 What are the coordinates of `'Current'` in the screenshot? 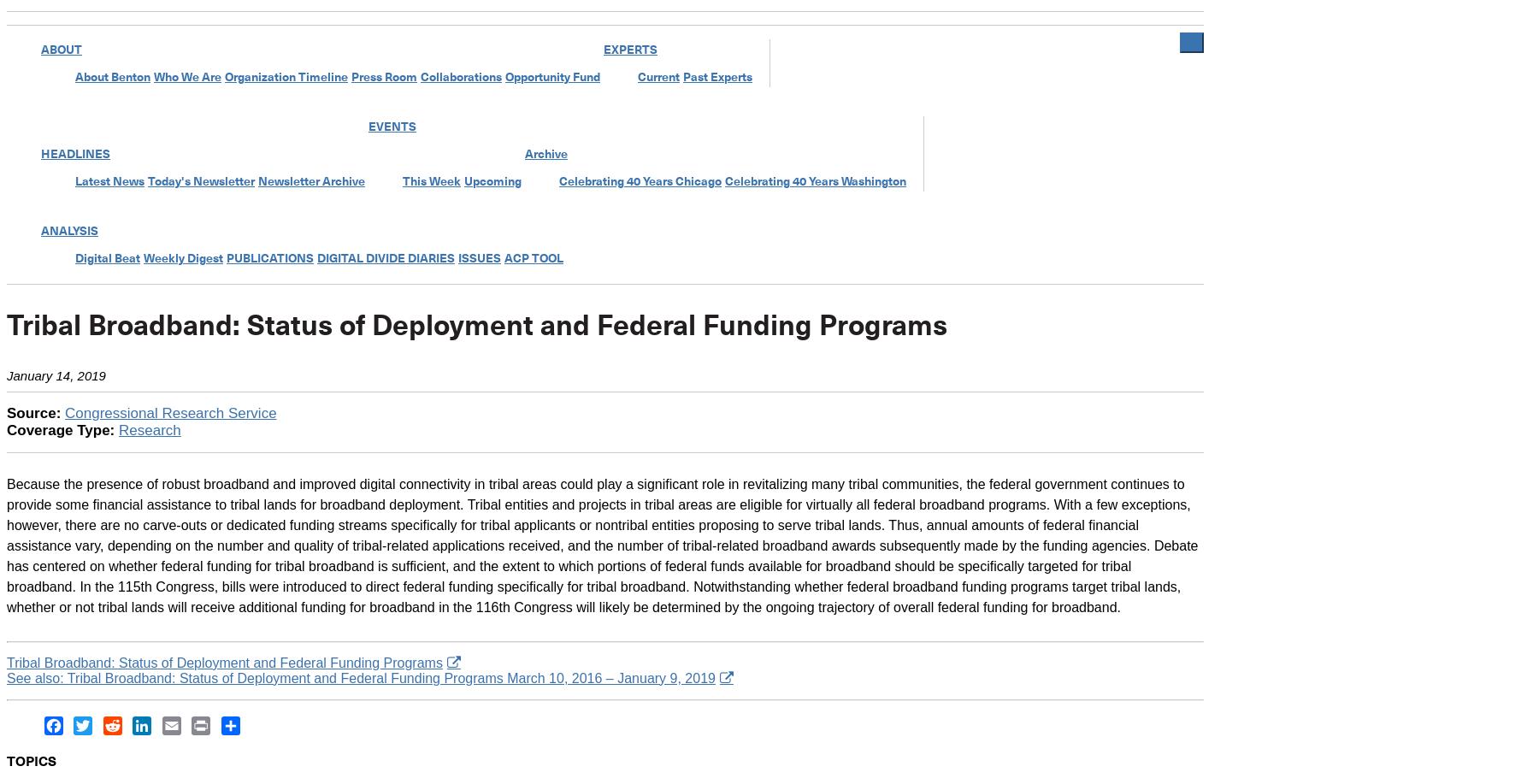 It's located at (657, 76).